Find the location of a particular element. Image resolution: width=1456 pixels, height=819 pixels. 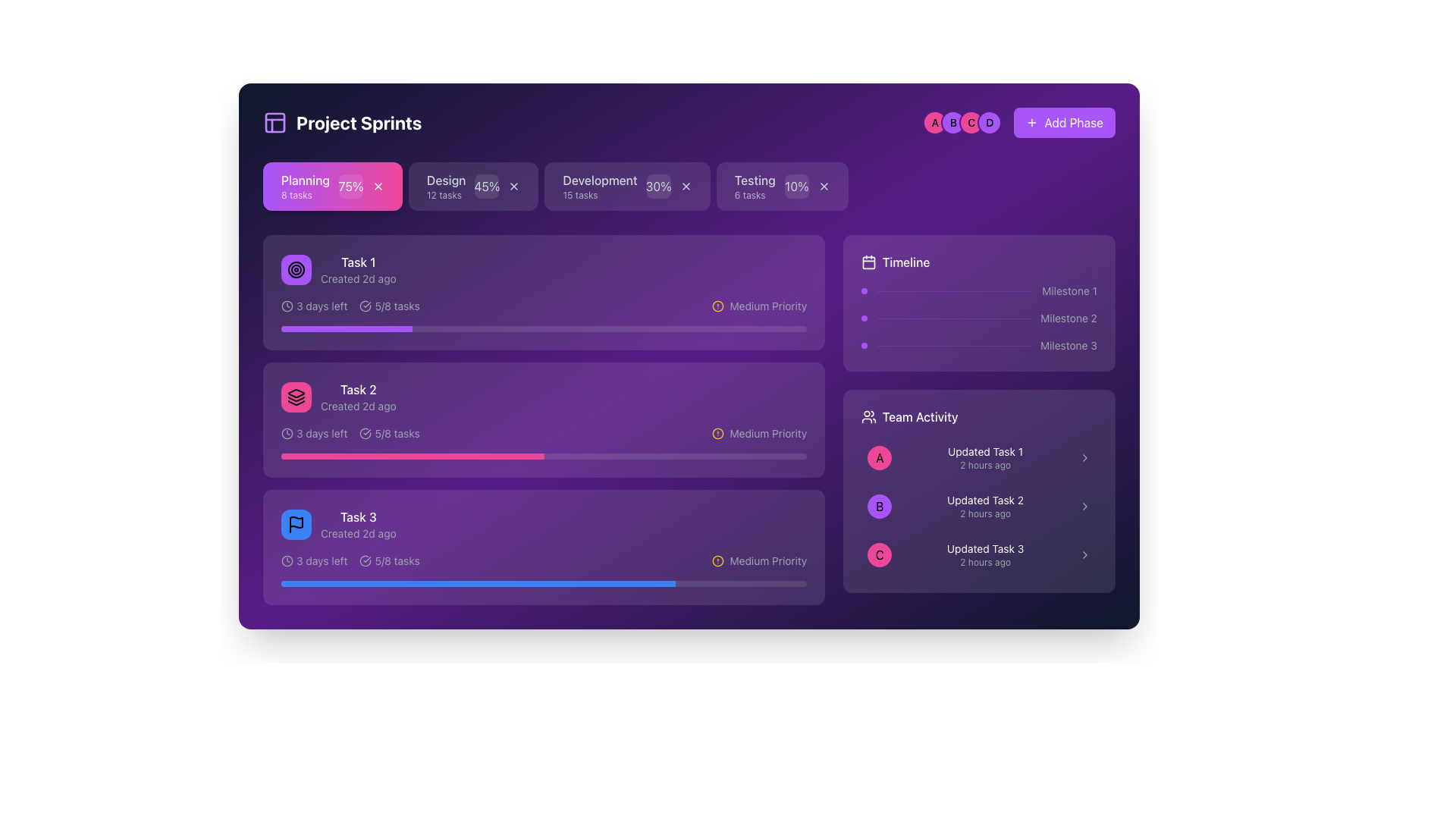

the decorative SVG graphical component located in the top-left corner, adjacent to the title text 'Project Sprints.' is located at coordinates (275, 122).